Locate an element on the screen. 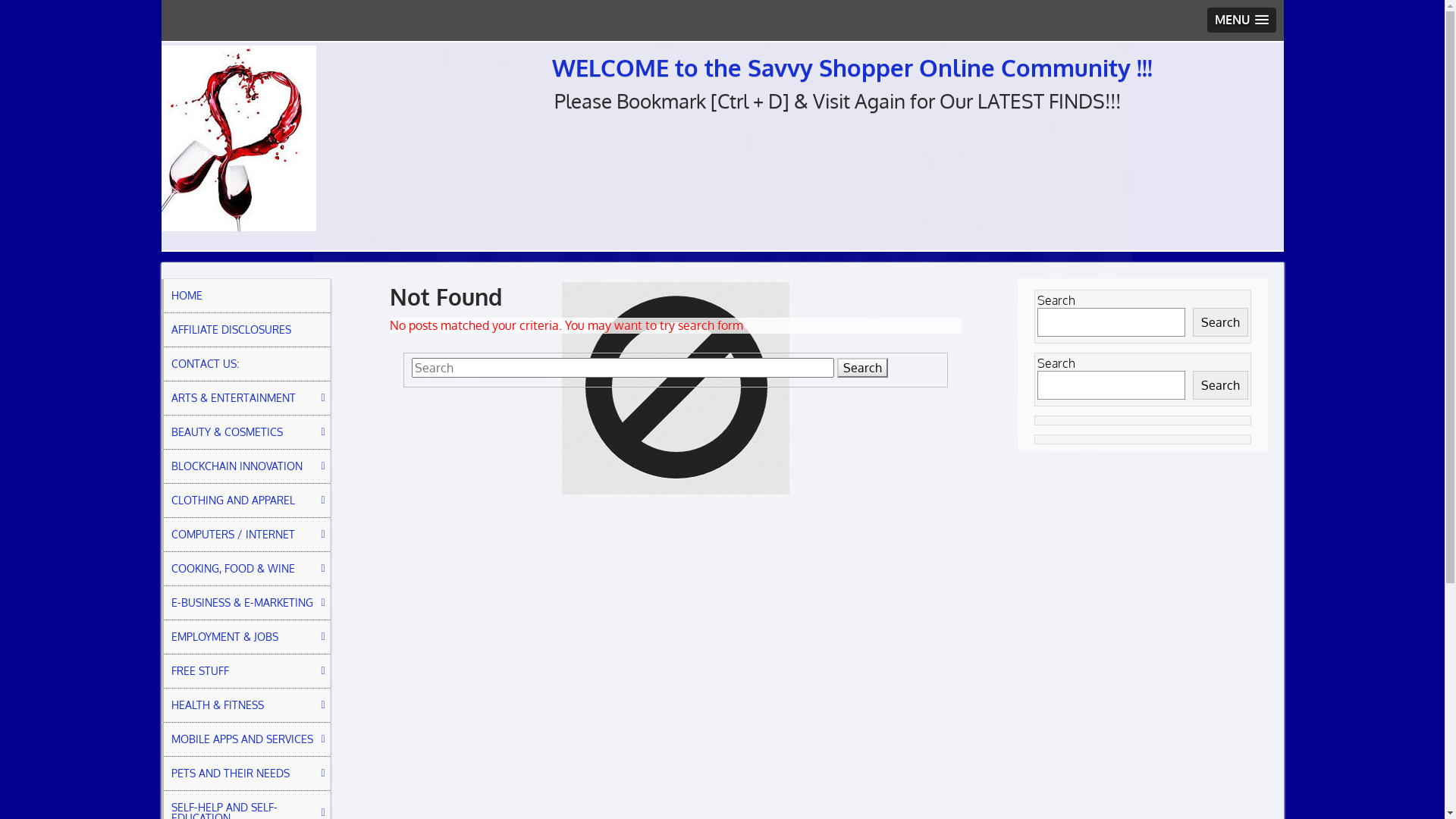  'BLOCKCHAIN INNOVATION' is located at coordinates (246, 465).